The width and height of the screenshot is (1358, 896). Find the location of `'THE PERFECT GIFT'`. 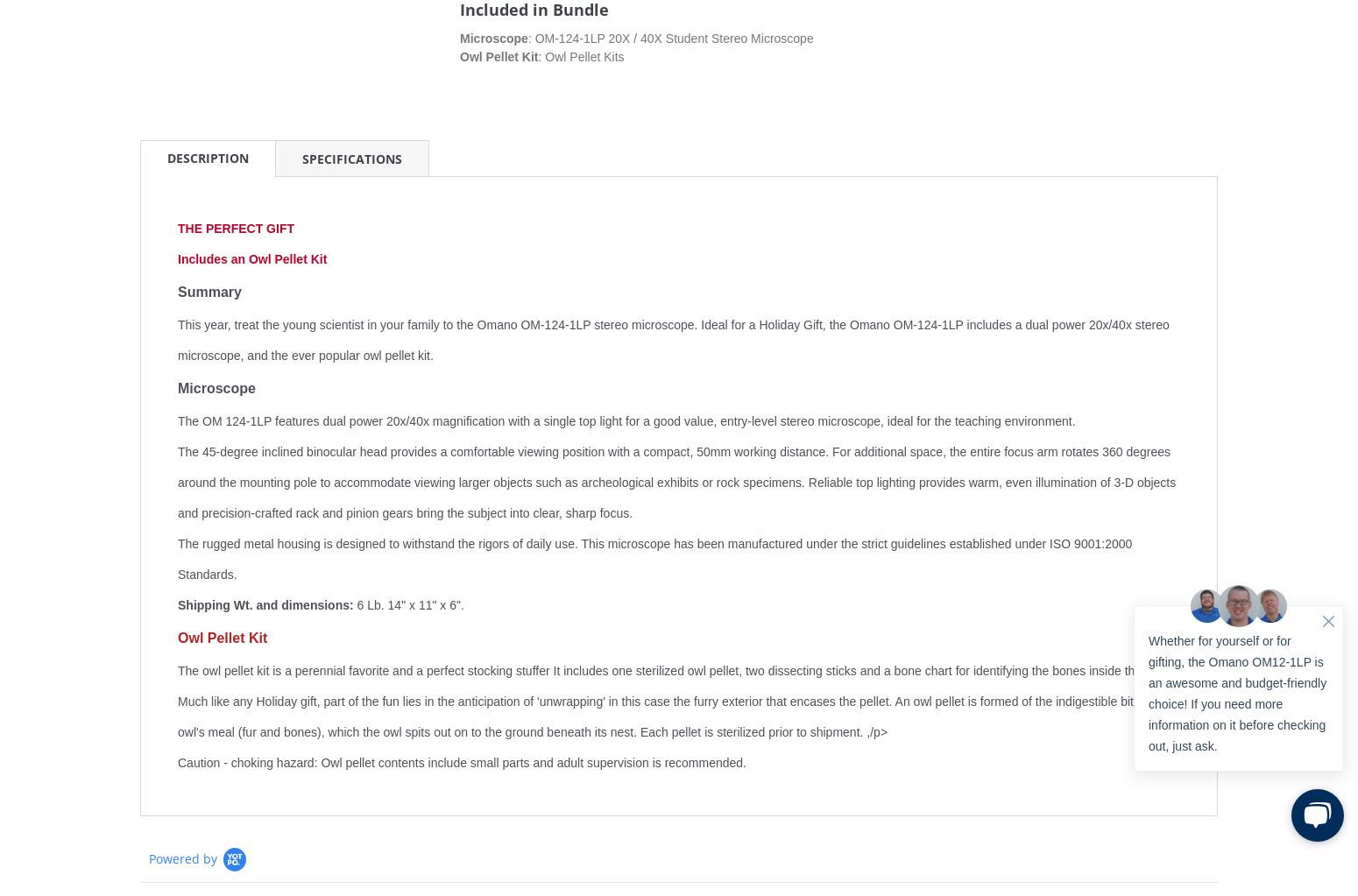

'THE PERFECT GIFT' is located at coordinates (236, 228).